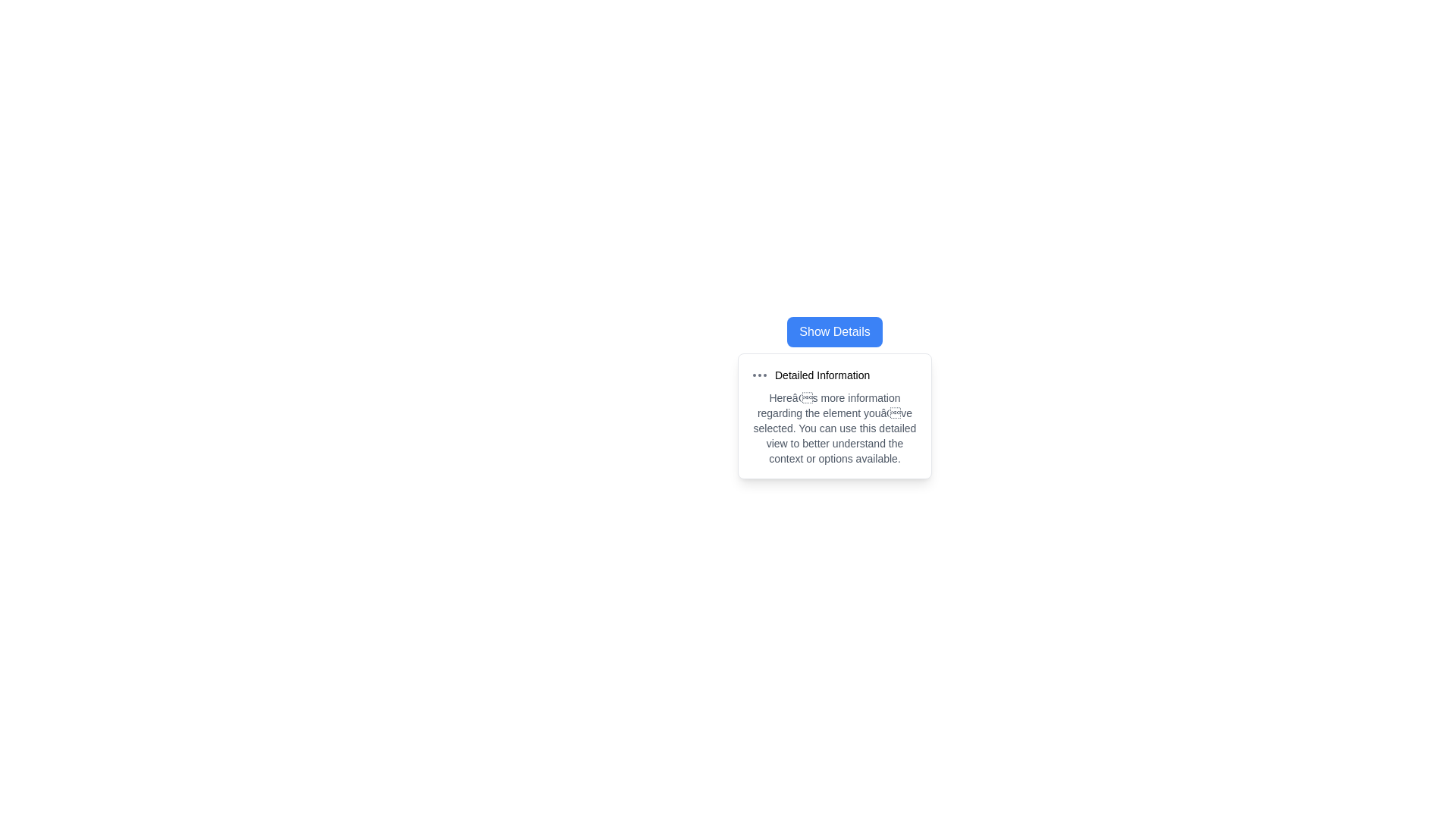 Image resolution: width=1456 pixels, height=819 pixels. I want to click on the 'More Options' icon located on the left side of the 'Detailed Information' text, so click(760, 375).